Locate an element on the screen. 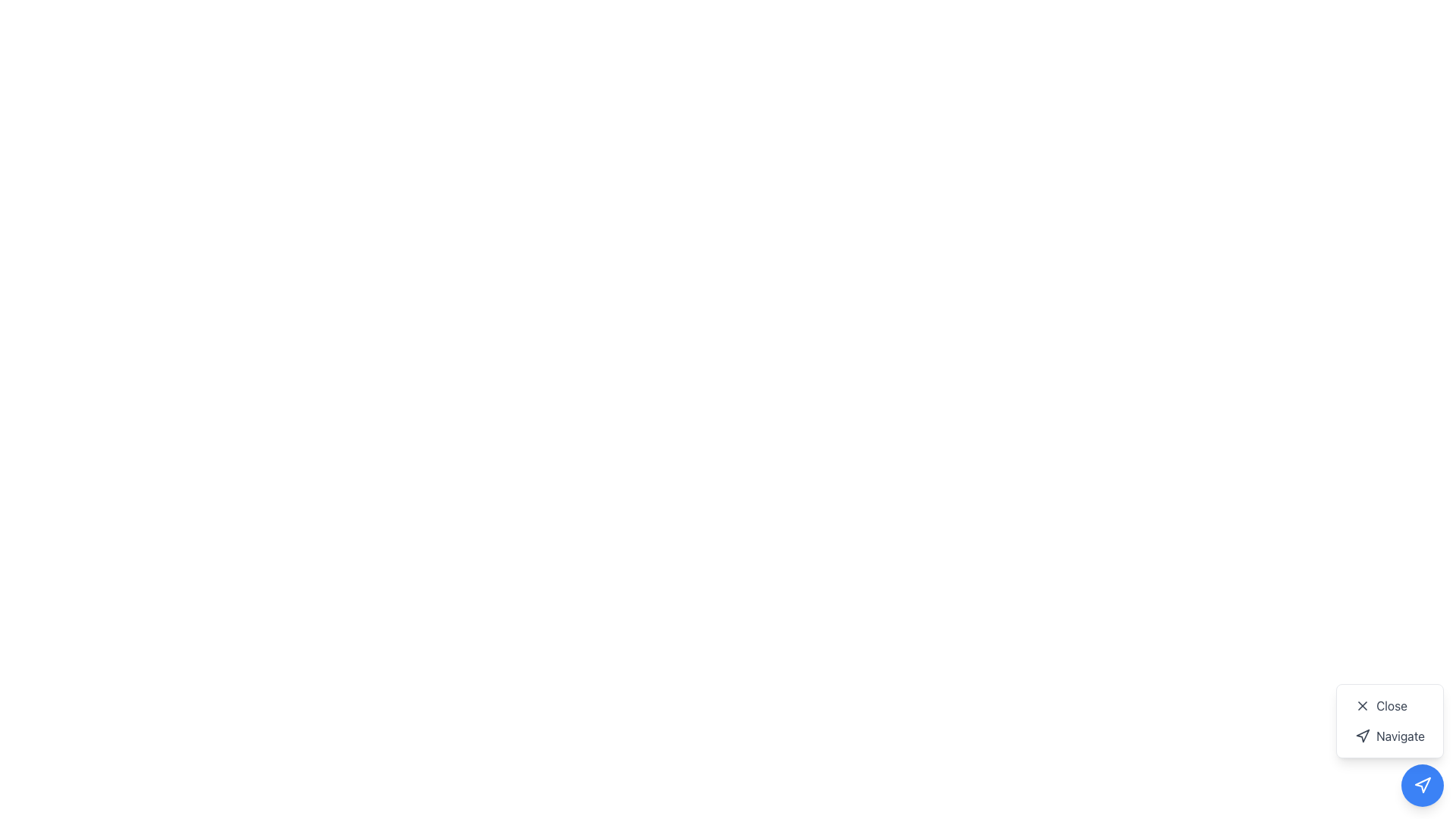 The height and width of the screenshot is (819, 1456). the small 'X' icon next to the 'Close' label is located at coordinates (1363, 705).